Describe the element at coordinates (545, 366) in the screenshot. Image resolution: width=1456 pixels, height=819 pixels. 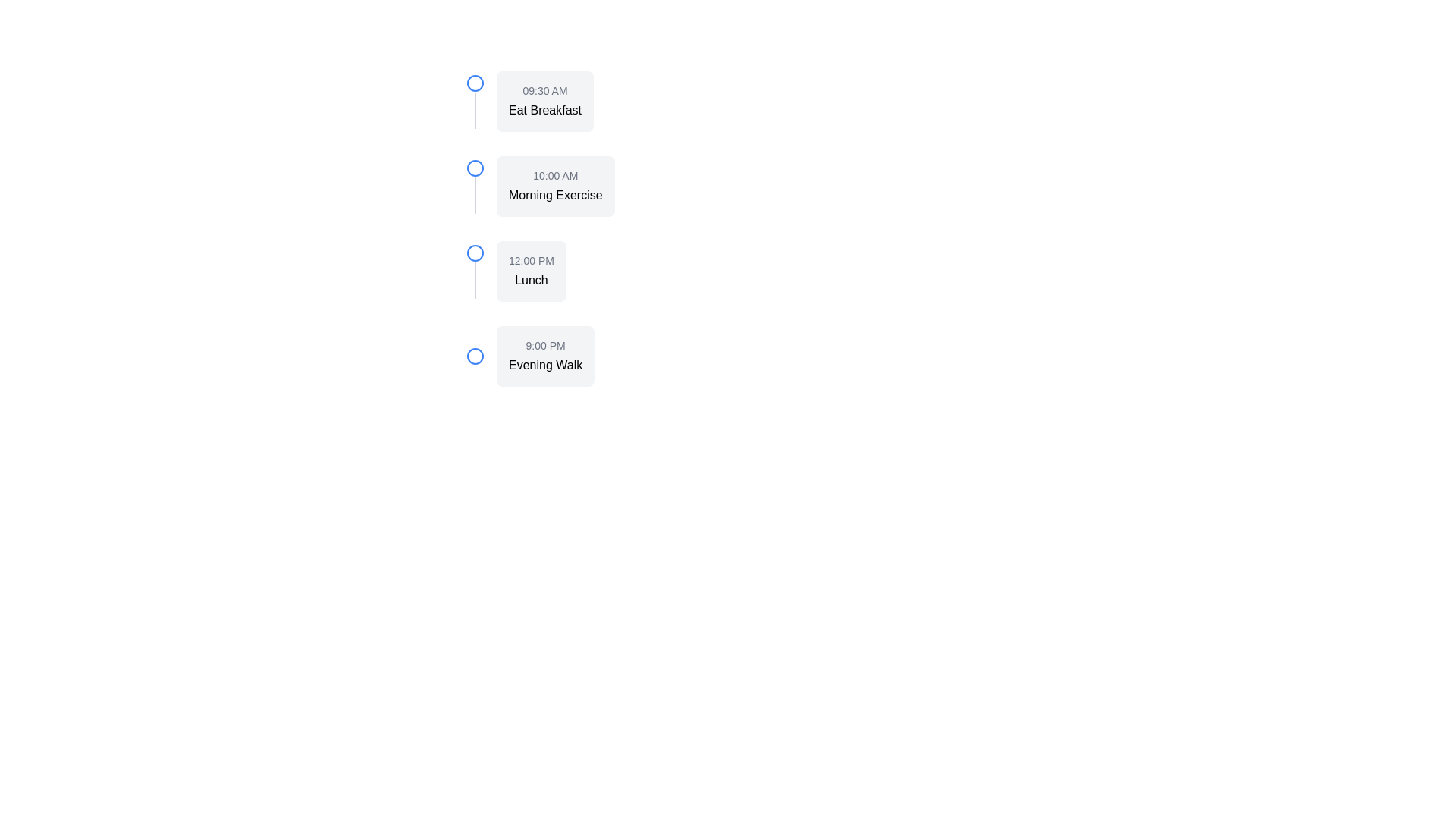
I see `the text label displaying 'Evening Walk', which is the second line of text in the '9:00 PM' event item within the time-based schedule interface` at that location.